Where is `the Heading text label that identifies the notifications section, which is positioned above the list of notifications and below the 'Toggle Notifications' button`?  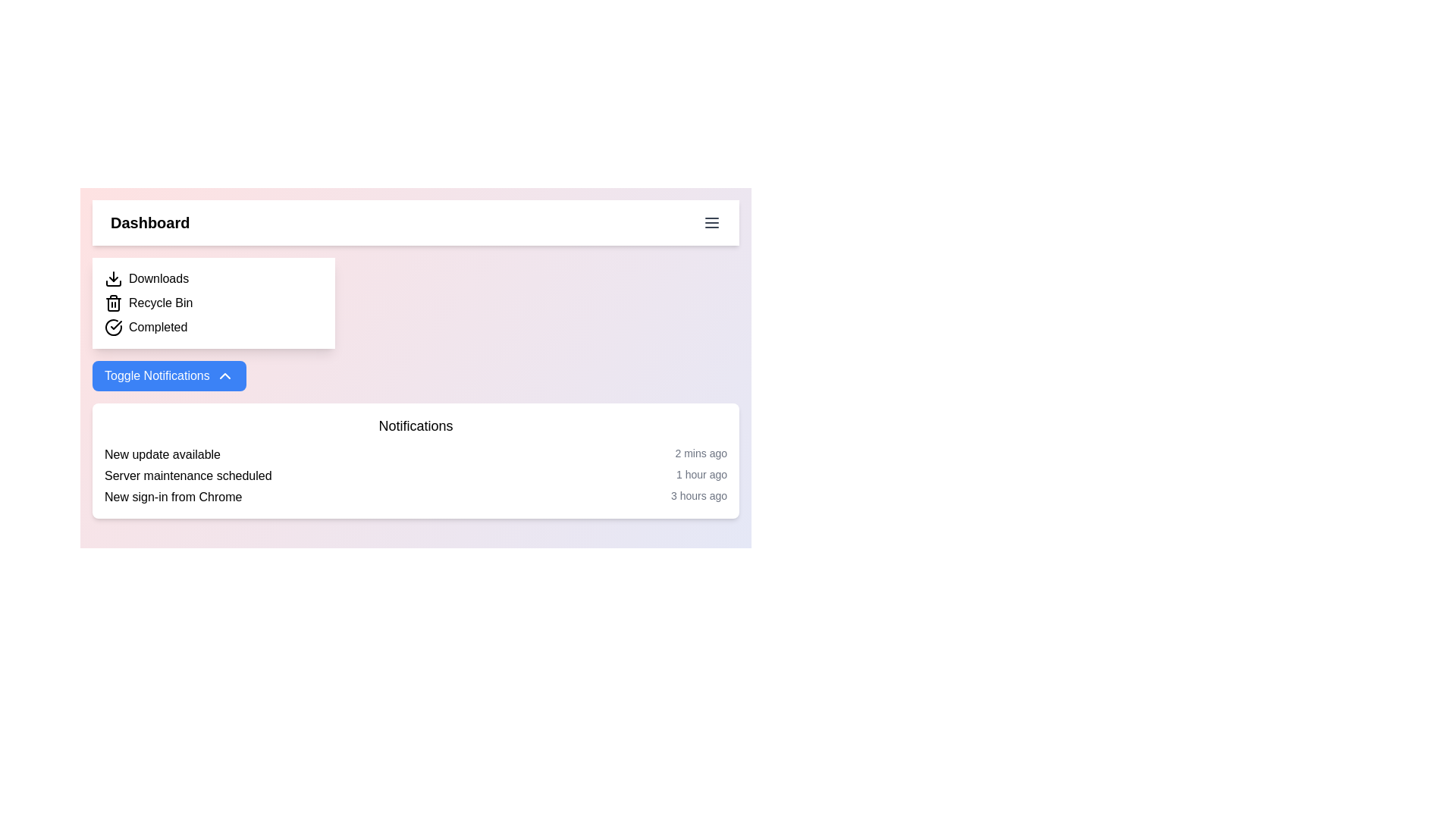 the Heading text label that identifies the notifications section, which is positioned above the list of notifications and below the 'Toggle Notifications' button is located at coordinates (416, 426).